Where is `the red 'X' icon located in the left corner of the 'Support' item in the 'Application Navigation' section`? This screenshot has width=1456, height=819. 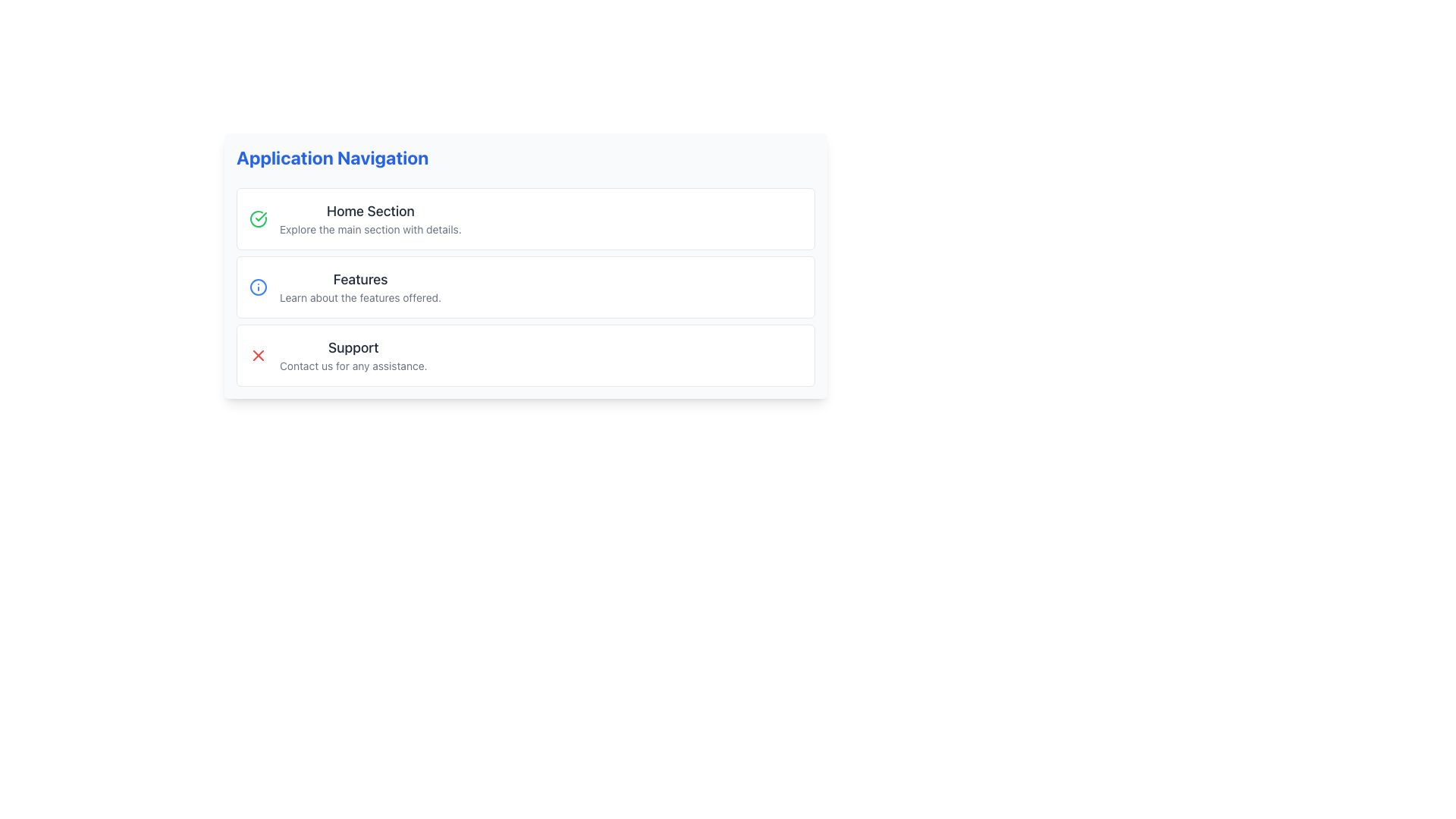 the red 'X' icon located in the left corner of the 'Support' item in the 'Application Navigation' section is located at coordinates (258, 356).